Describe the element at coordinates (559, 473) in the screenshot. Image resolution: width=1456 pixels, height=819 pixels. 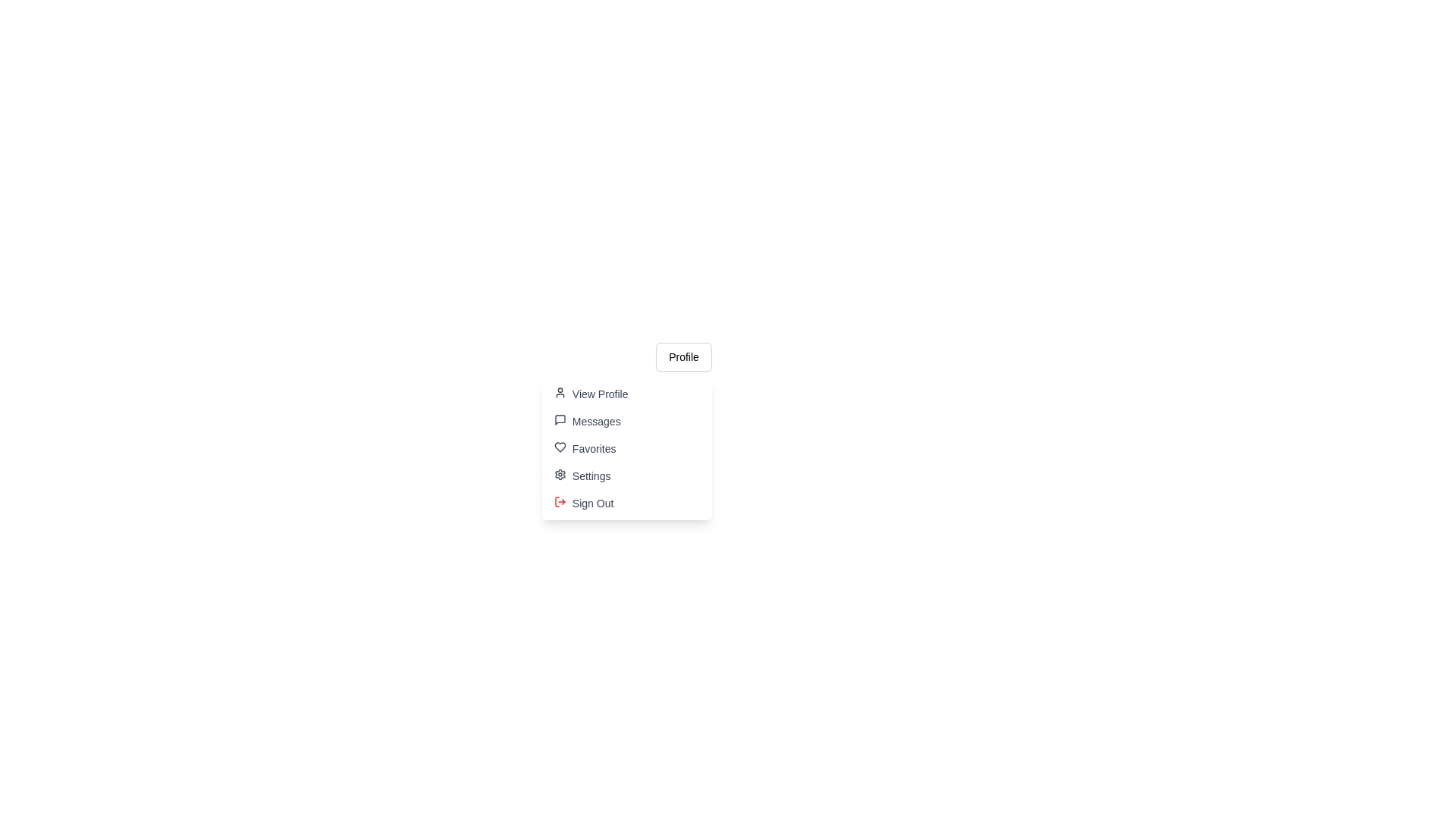
I see `the 'Settings' icon located in the dropdown menu, which is positioned to the left of the text label 'Settings'` at that location.